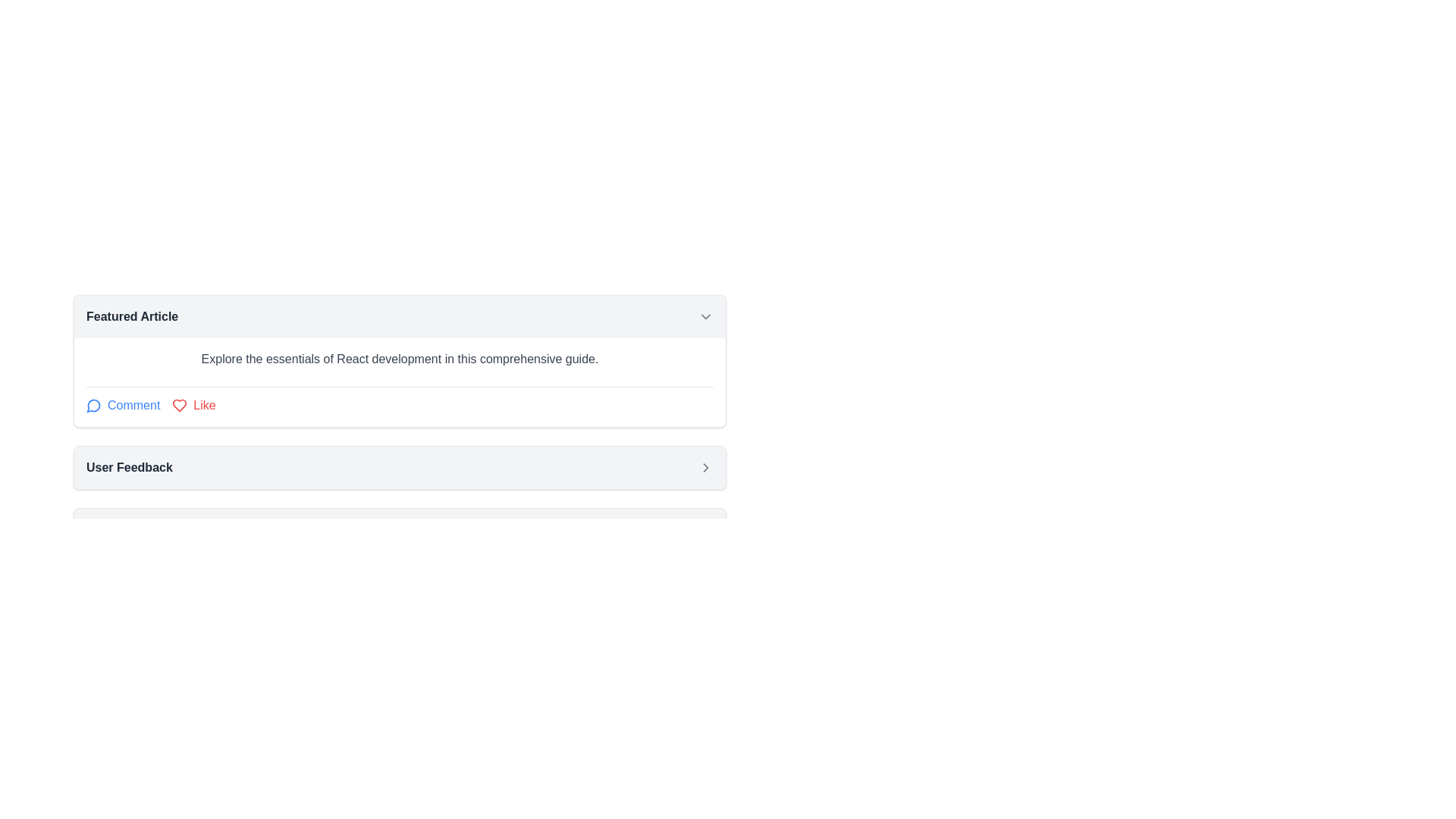 Image resolution: width=1456 pixels, height=819 pixels. What do you see at coordinates (133, 405) in the screenshot?
I see `the 'Comment' text label, which is styled in blue font and is part of an interactive link-like component` at bounding box center [133, 405].